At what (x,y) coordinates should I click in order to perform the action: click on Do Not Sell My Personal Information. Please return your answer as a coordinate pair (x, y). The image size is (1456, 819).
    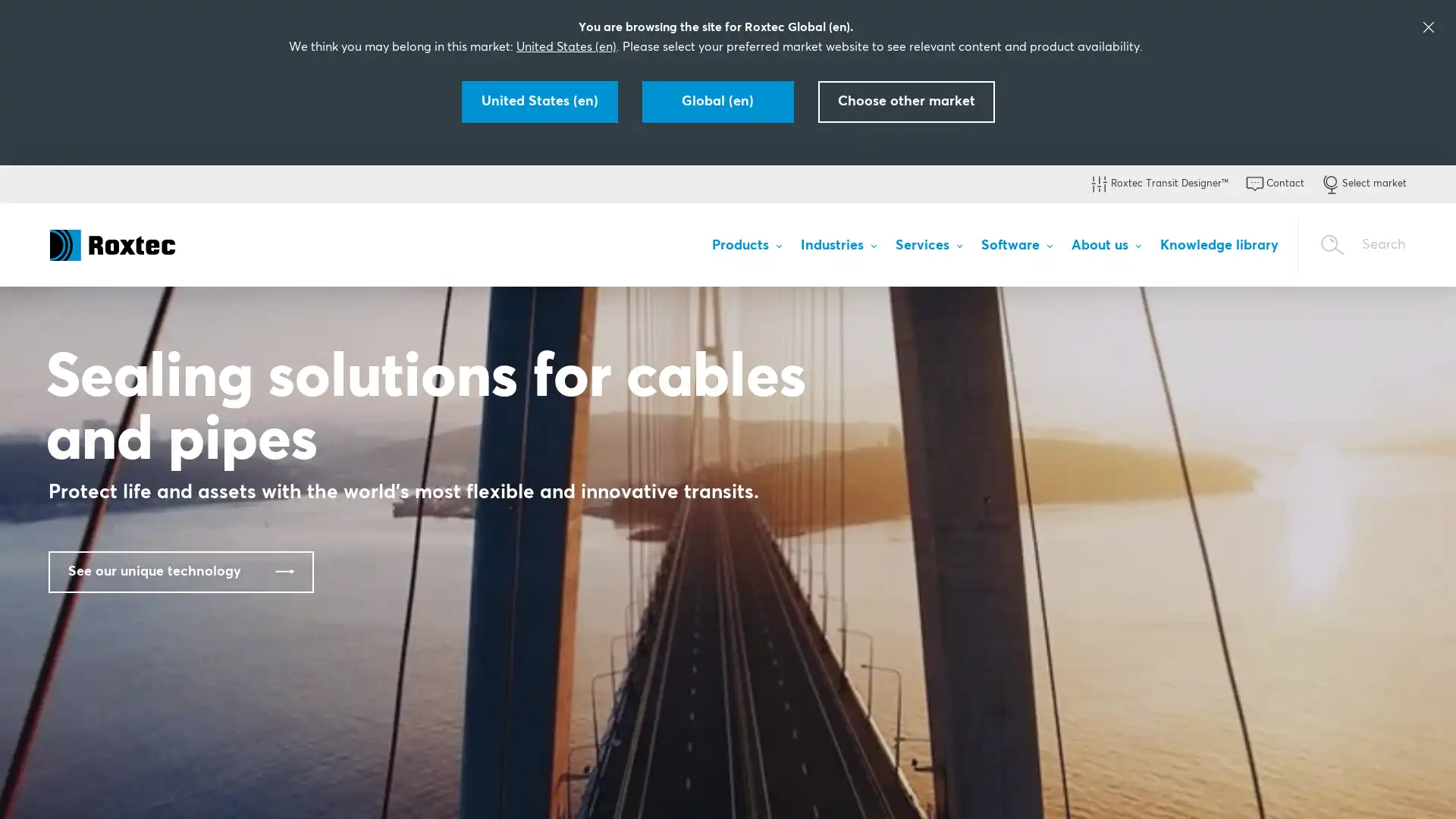
    Looking at the image, I should click on (1061, 786).